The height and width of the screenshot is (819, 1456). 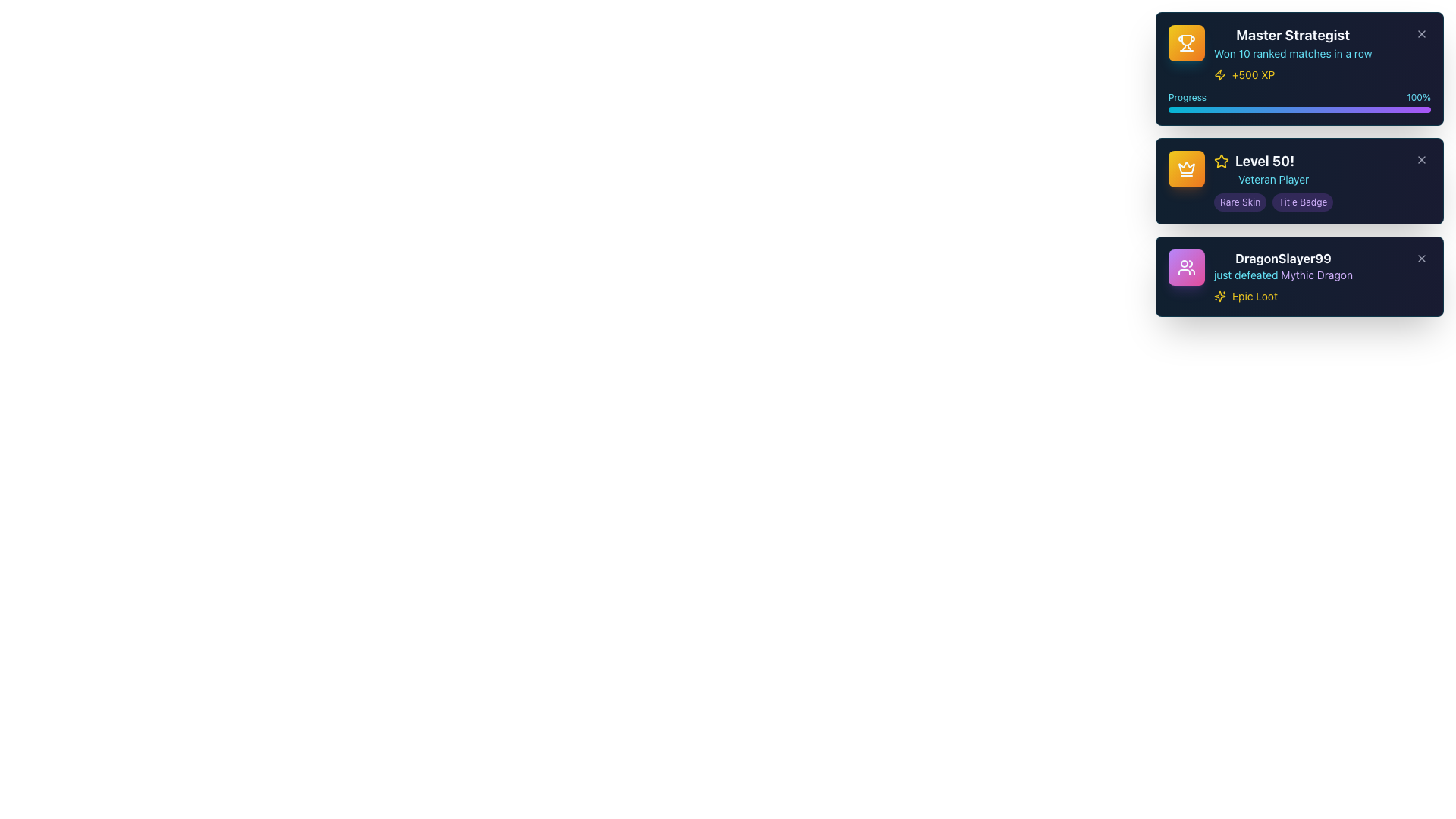 I want to click on the text highlighting the defeated entity 'Mythic Dragon' within the notification card under 'DragonSlayer99 just defeated', so click(x=1316, y=275).